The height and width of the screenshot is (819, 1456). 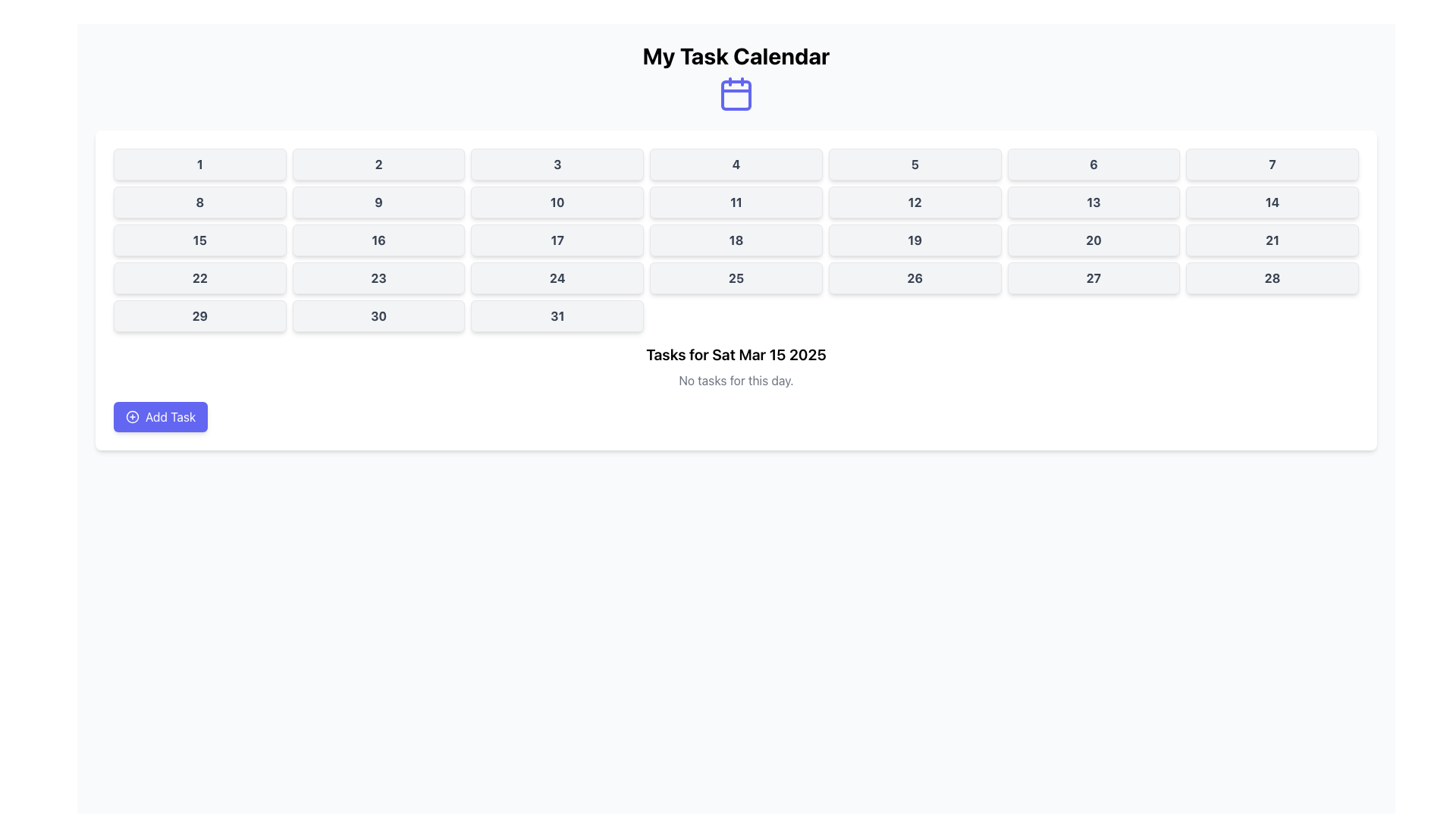 I want to click on the rectangular button with rounded corners labeled '8', which is located in the second row, first column of the date grid under 'My Task Calendar', so click(x=199, y=201).